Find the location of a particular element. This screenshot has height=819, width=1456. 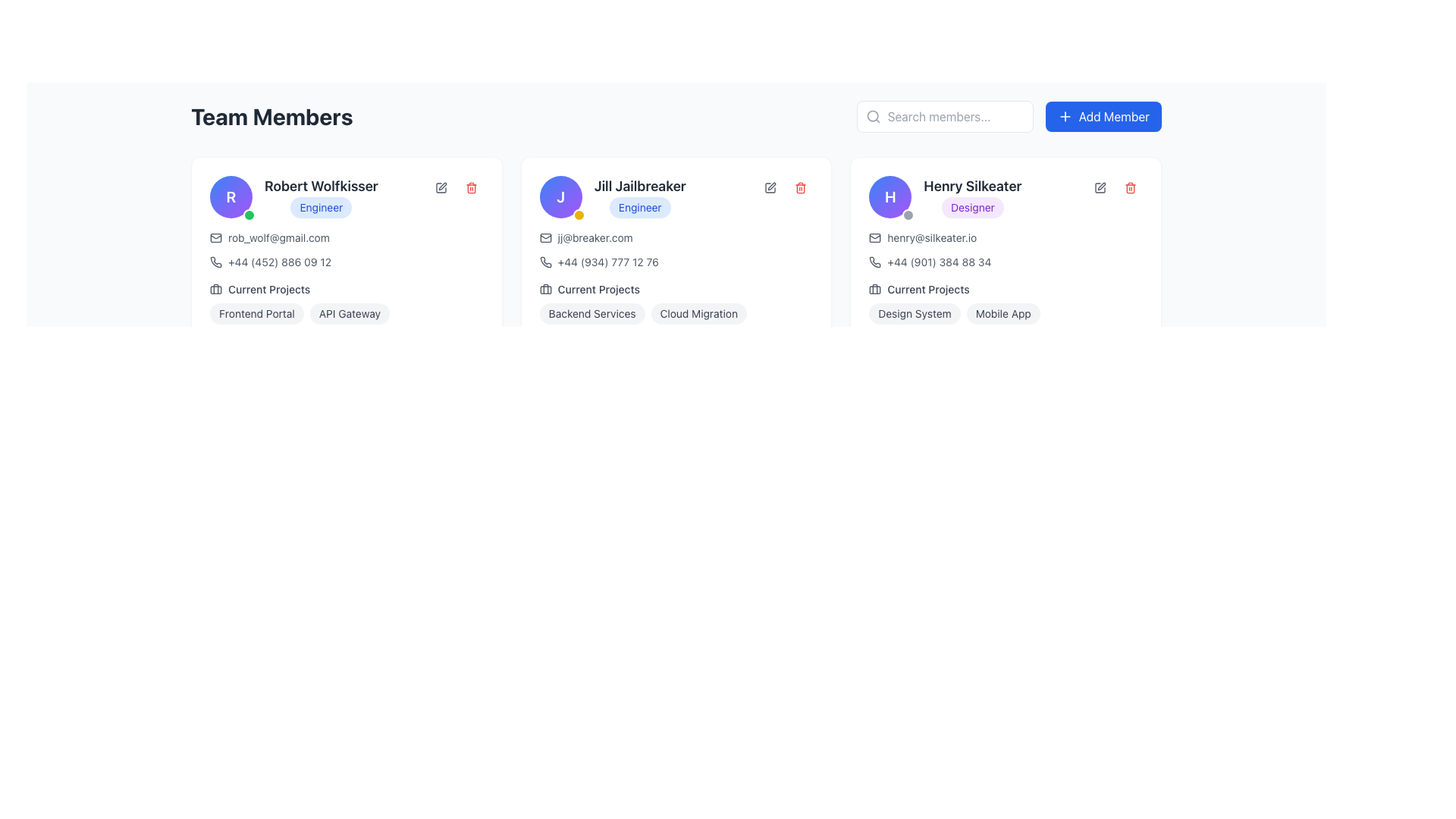

the interactive text link displaying the email address 'jj@breaker.com' to send an email is located at coordinates (595, 237).